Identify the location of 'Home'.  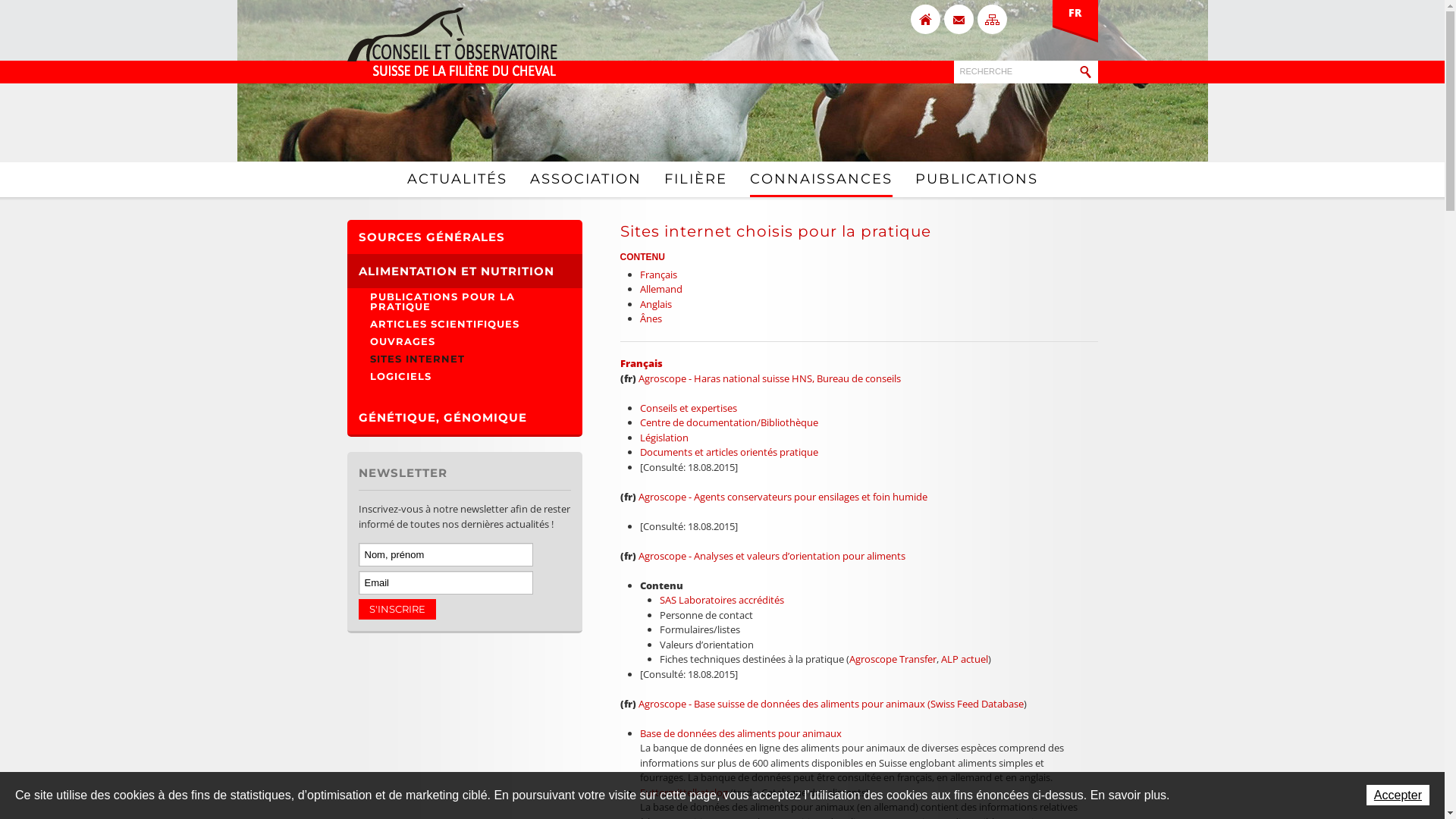
(924, 19).